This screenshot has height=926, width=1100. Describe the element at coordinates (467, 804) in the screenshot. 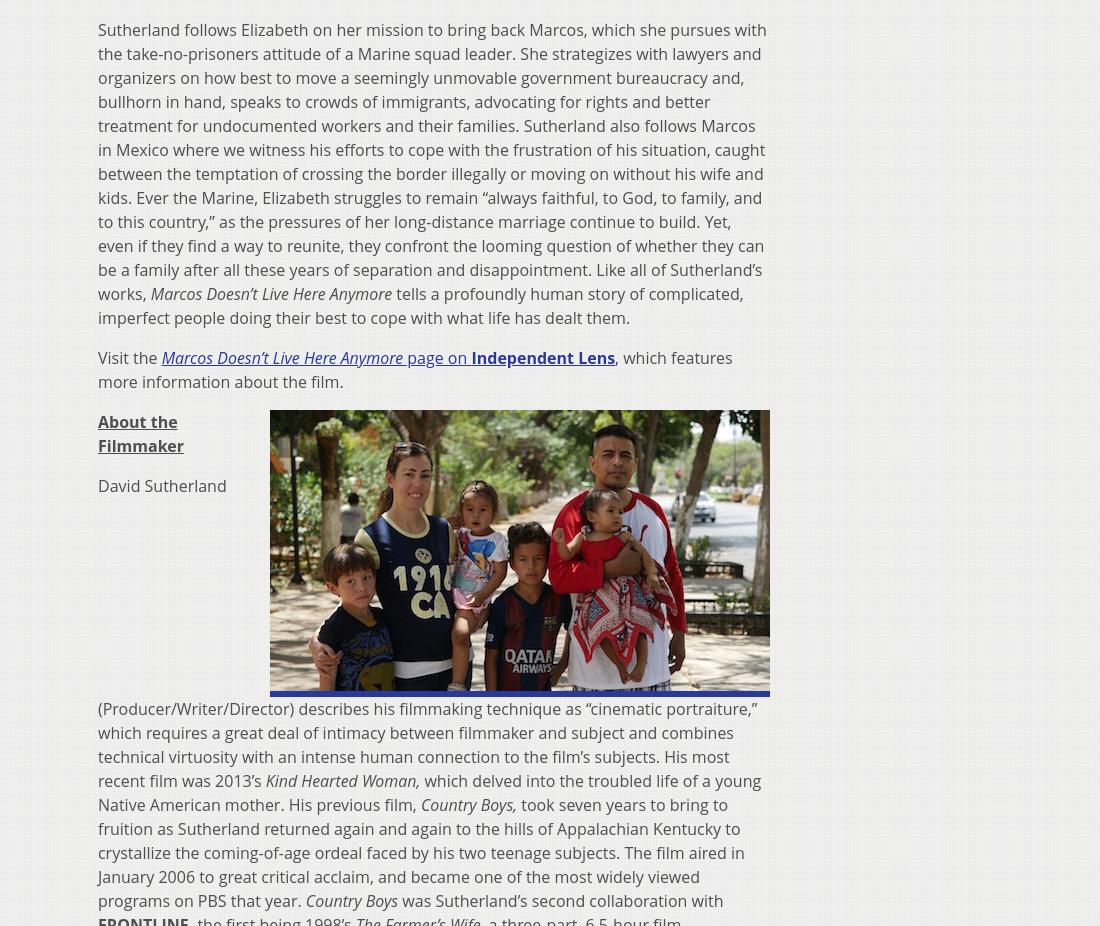

I see `'Country Boys,'` at that location.